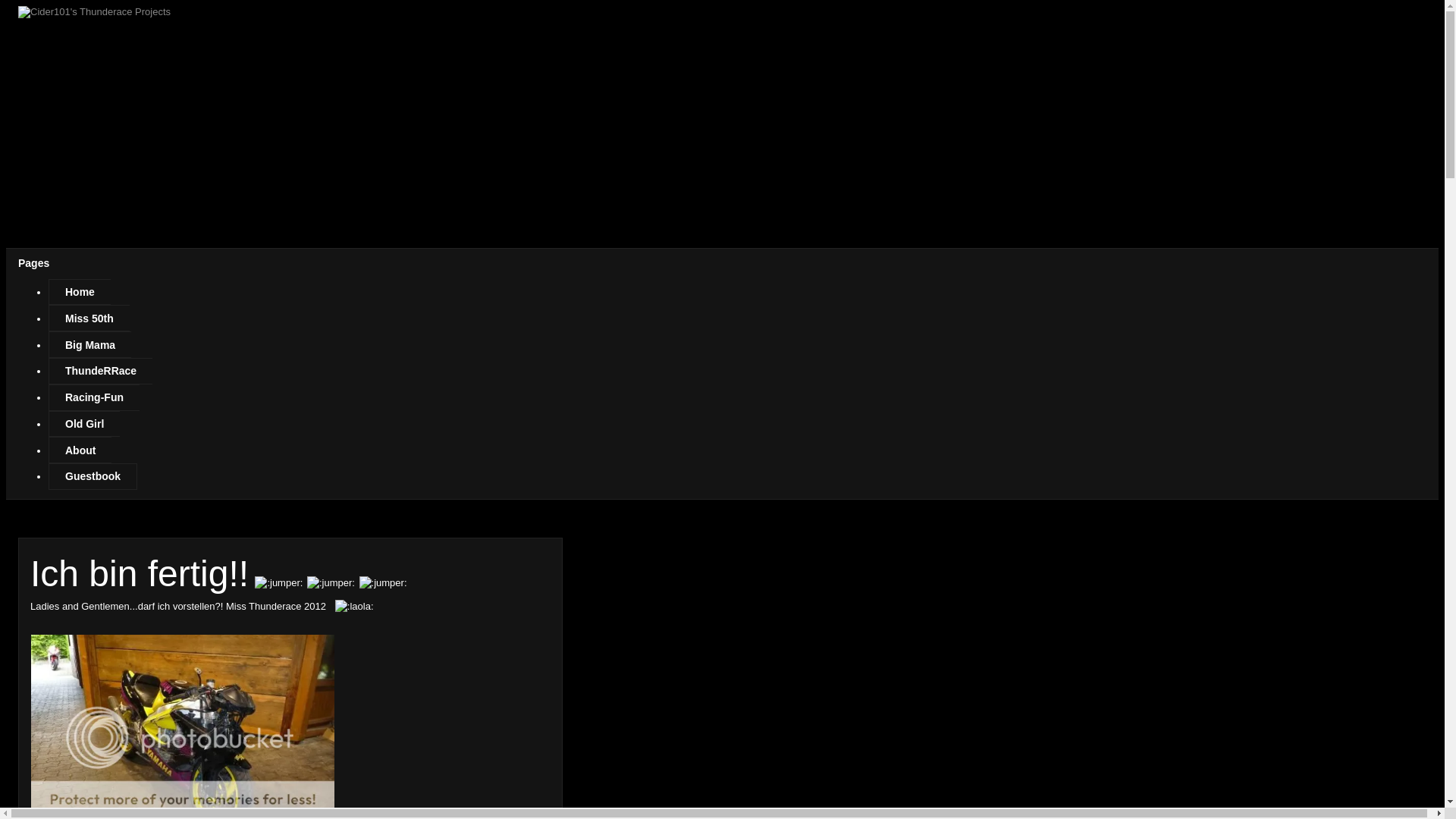 This screenshot has width=1456, height=819. I want to click on 'Guestbook', so click(92, 475).